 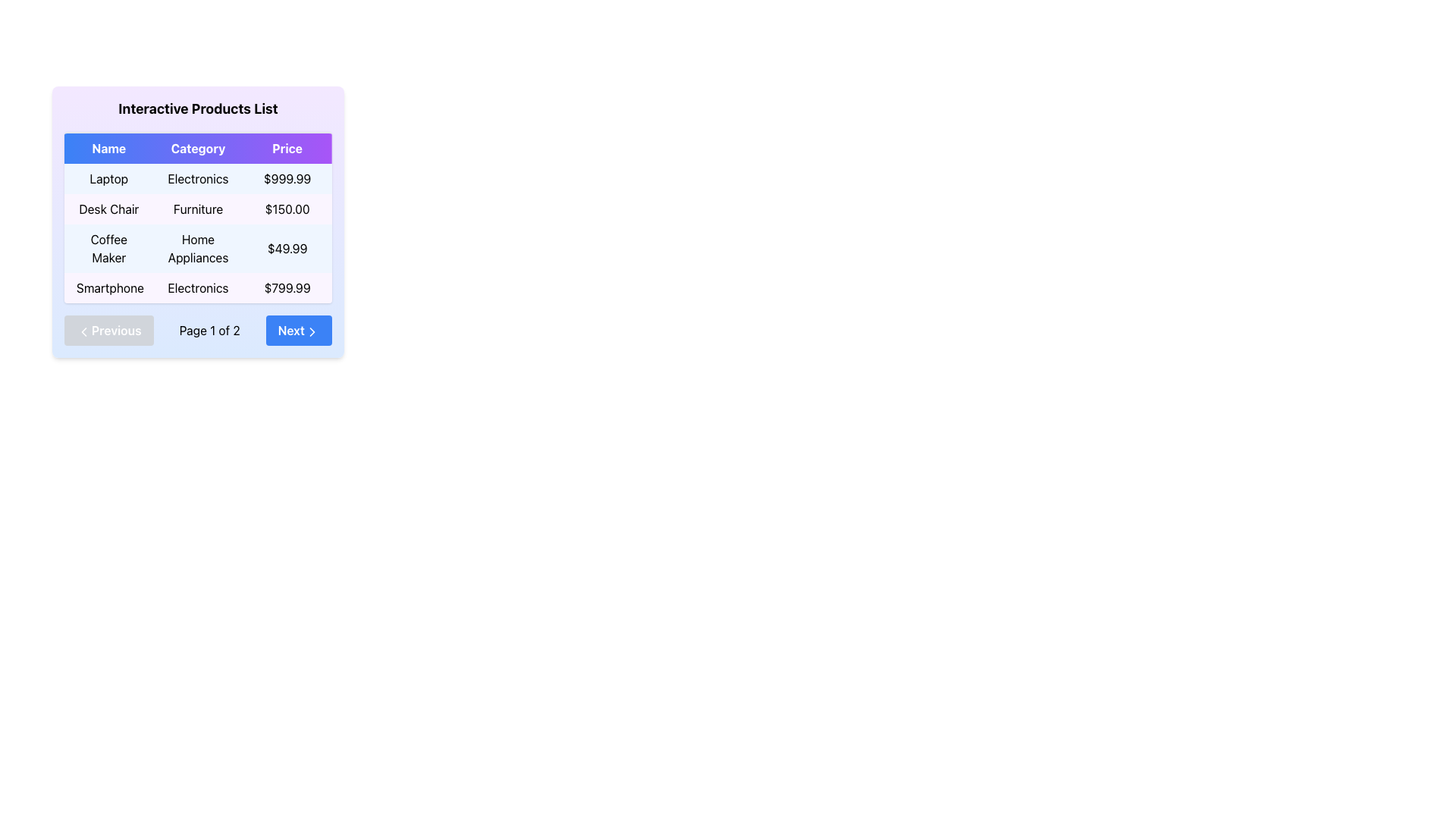 What do you see at coordinates (197, 149) in the screenshot?
I see `the middle text label that serves as a column header in a table, positioned between the buttons labeled 'Name' and 'Price'` at bounding box center [197, 149].